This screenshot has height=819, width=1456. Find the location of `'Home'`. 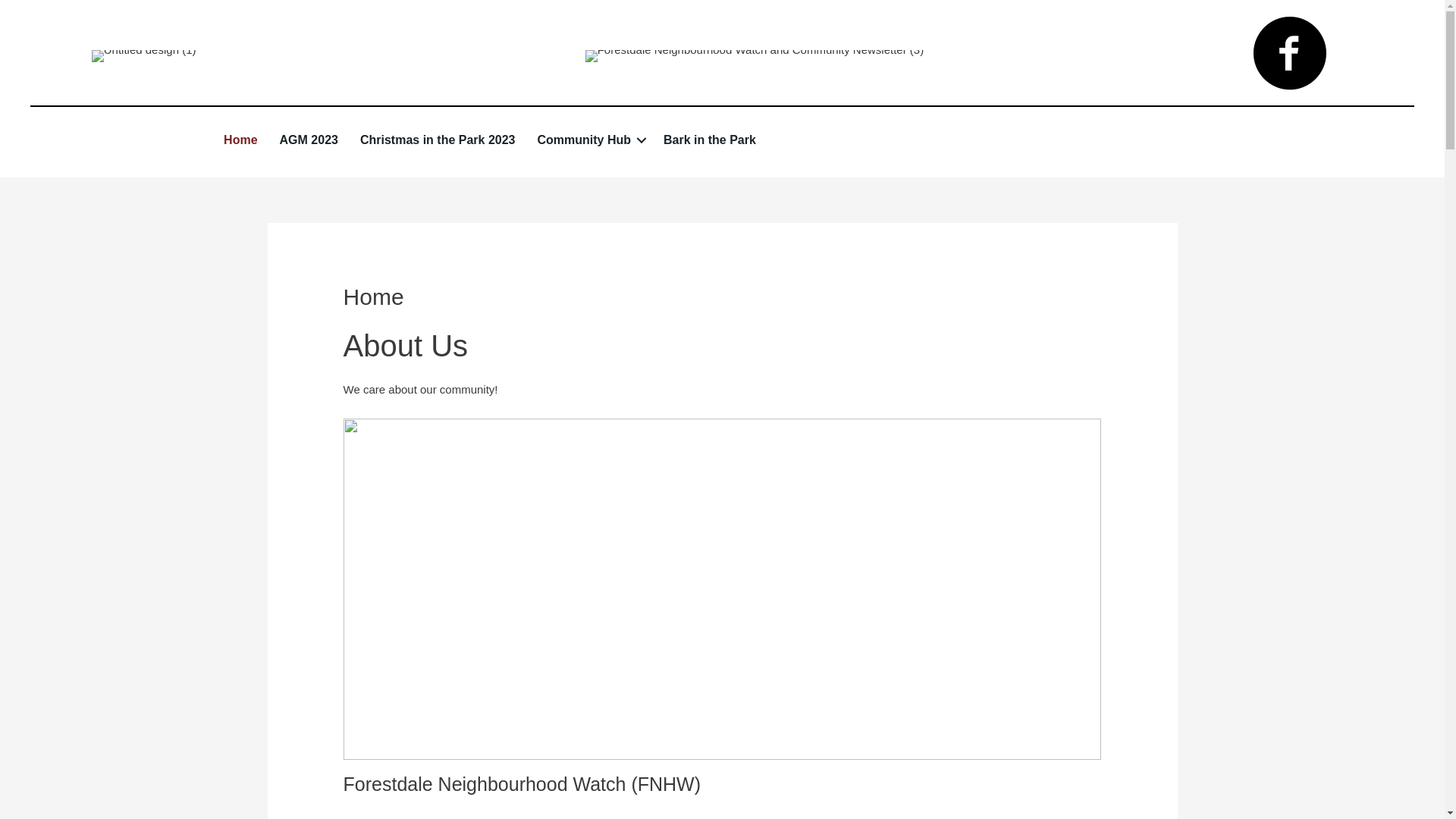

'Home' is located at coordinates (212, 140).